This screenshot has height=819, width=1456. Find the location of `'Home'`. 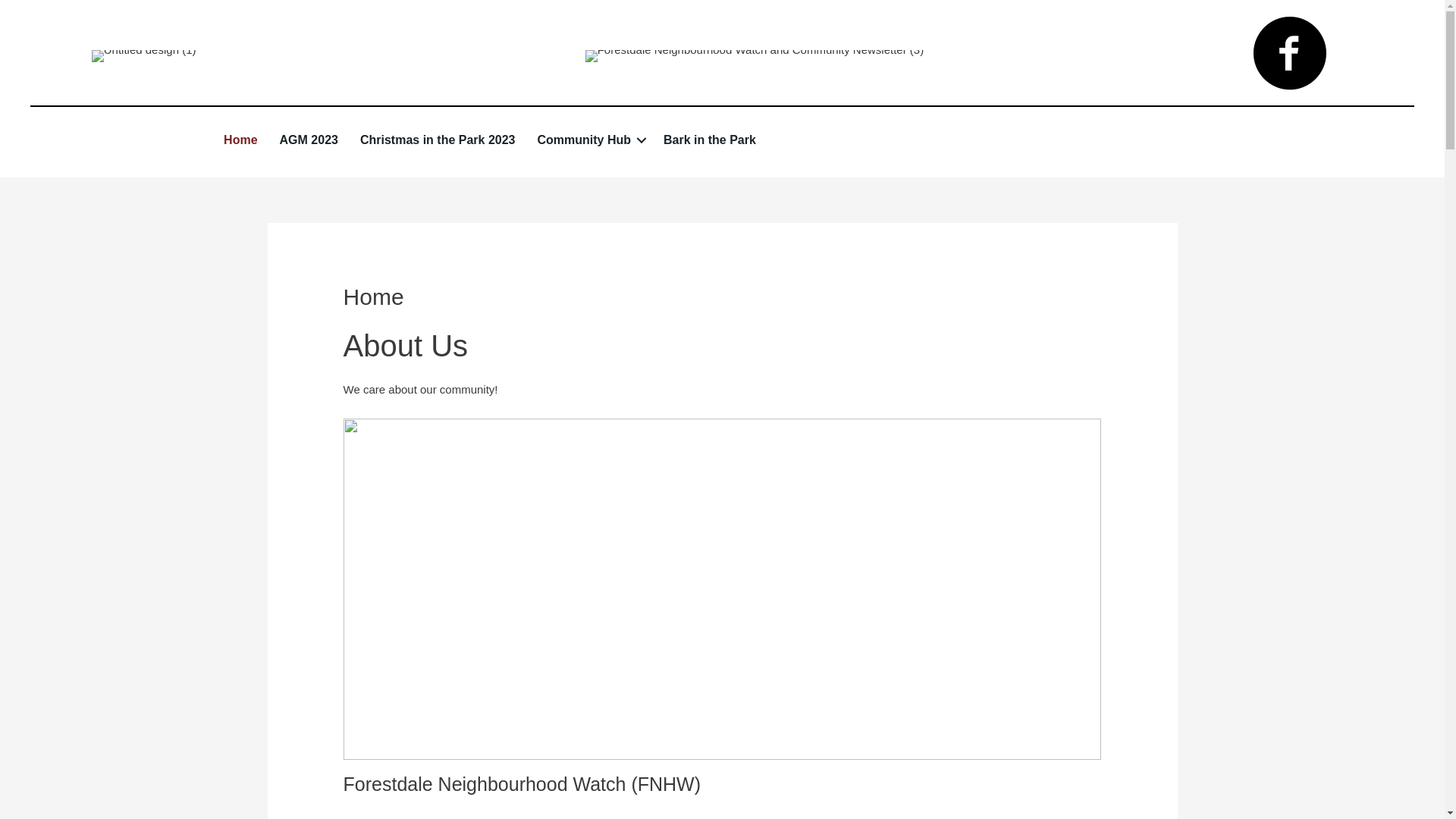

'Home' is located at coordinates (212, 140).